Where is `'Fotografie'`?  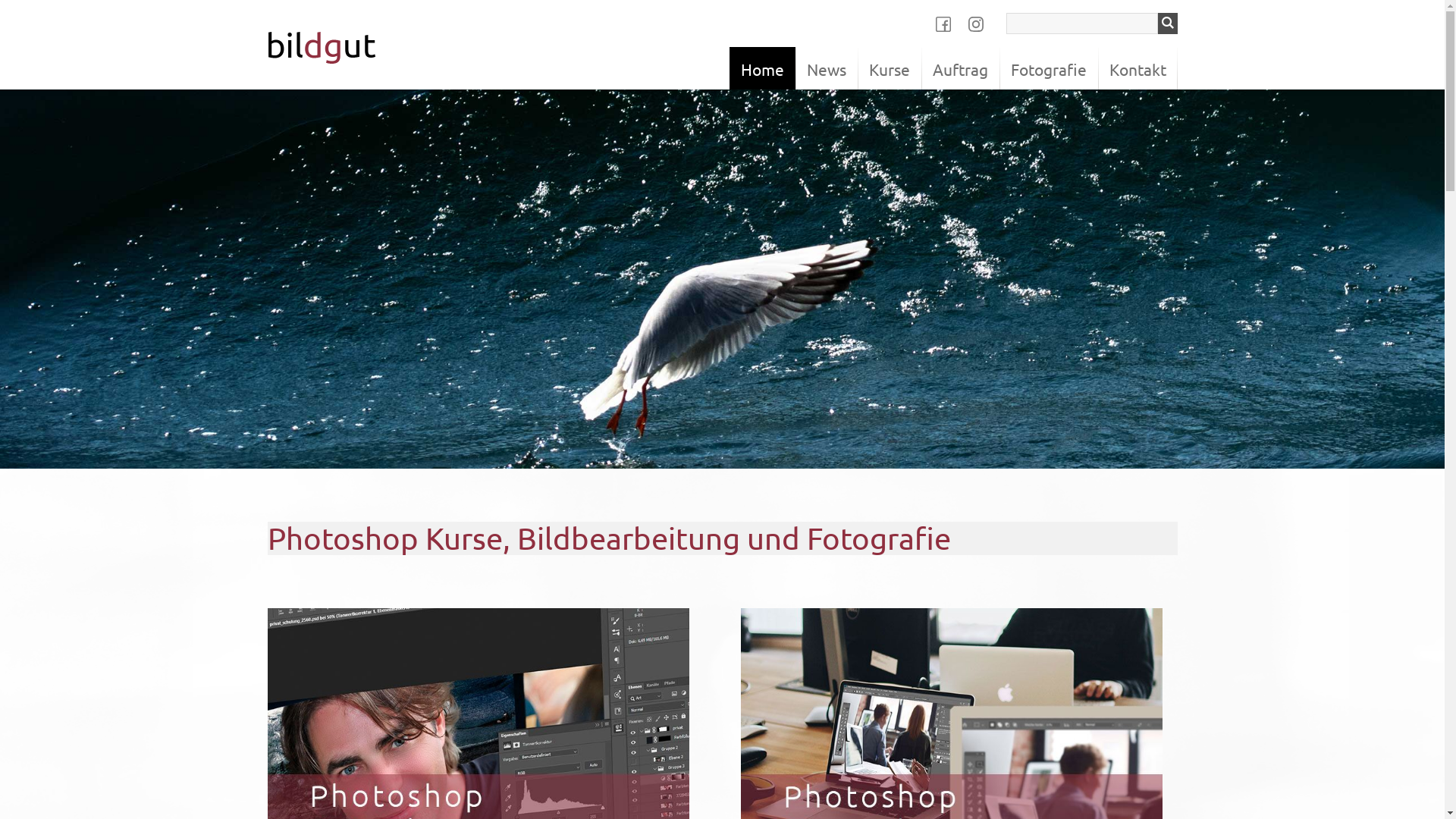 'Fotografie' is located at coordinates (999, 67).